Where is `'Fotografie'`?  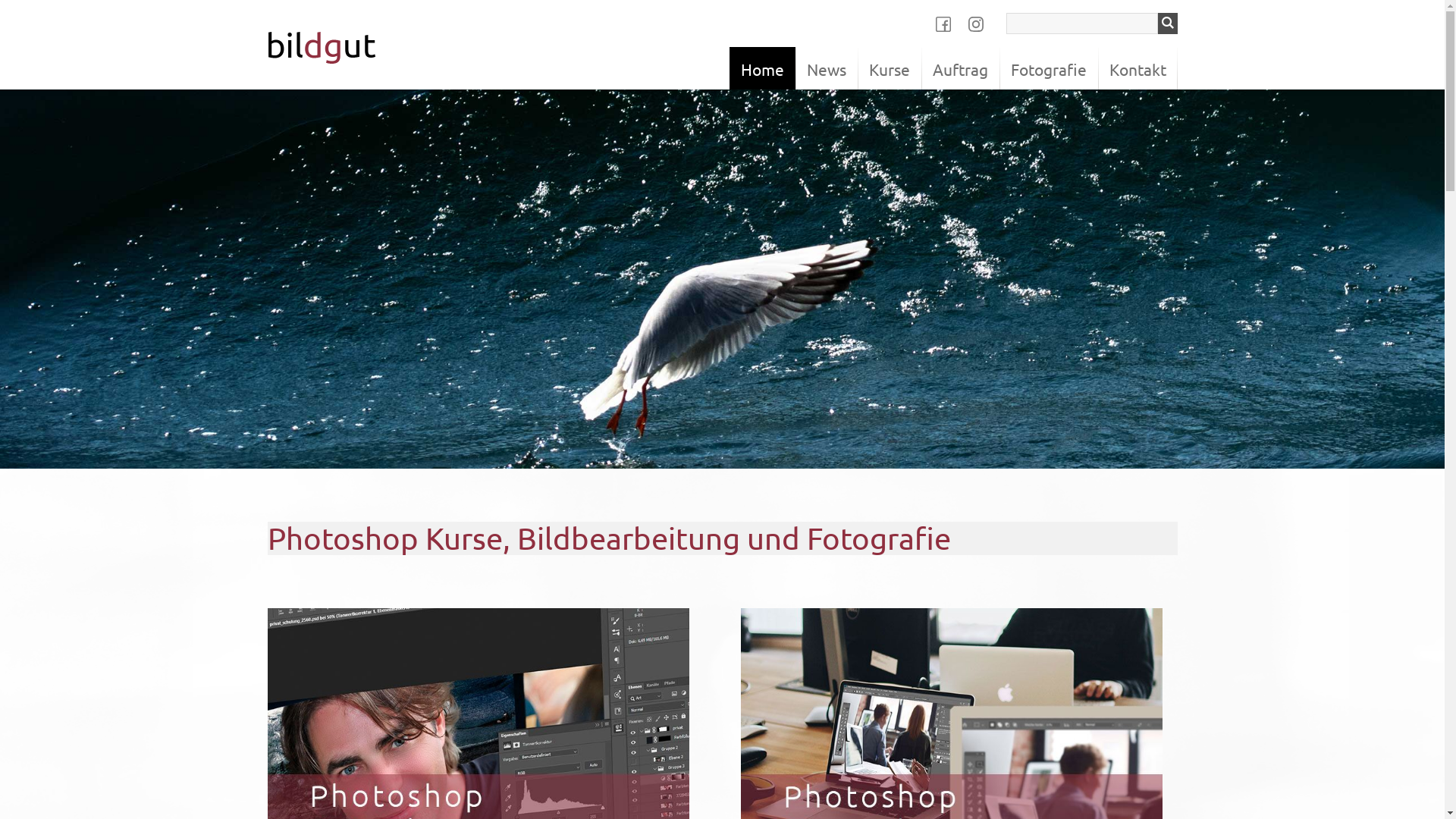 'Fotografie' is located at coordinates (999, 67).